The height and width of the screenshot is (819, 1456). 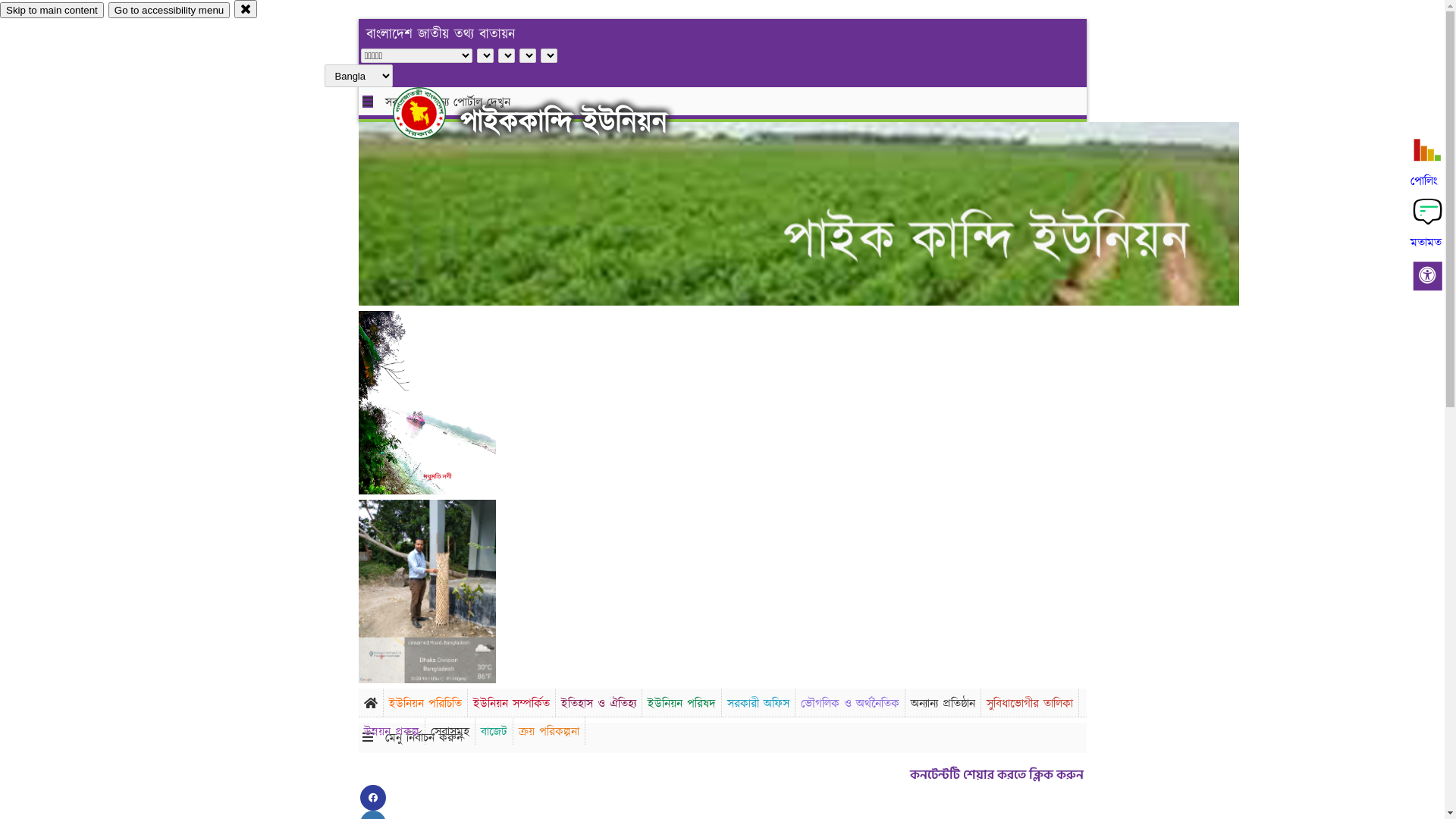 I want to click on 'close', so click(x=246, y=8).